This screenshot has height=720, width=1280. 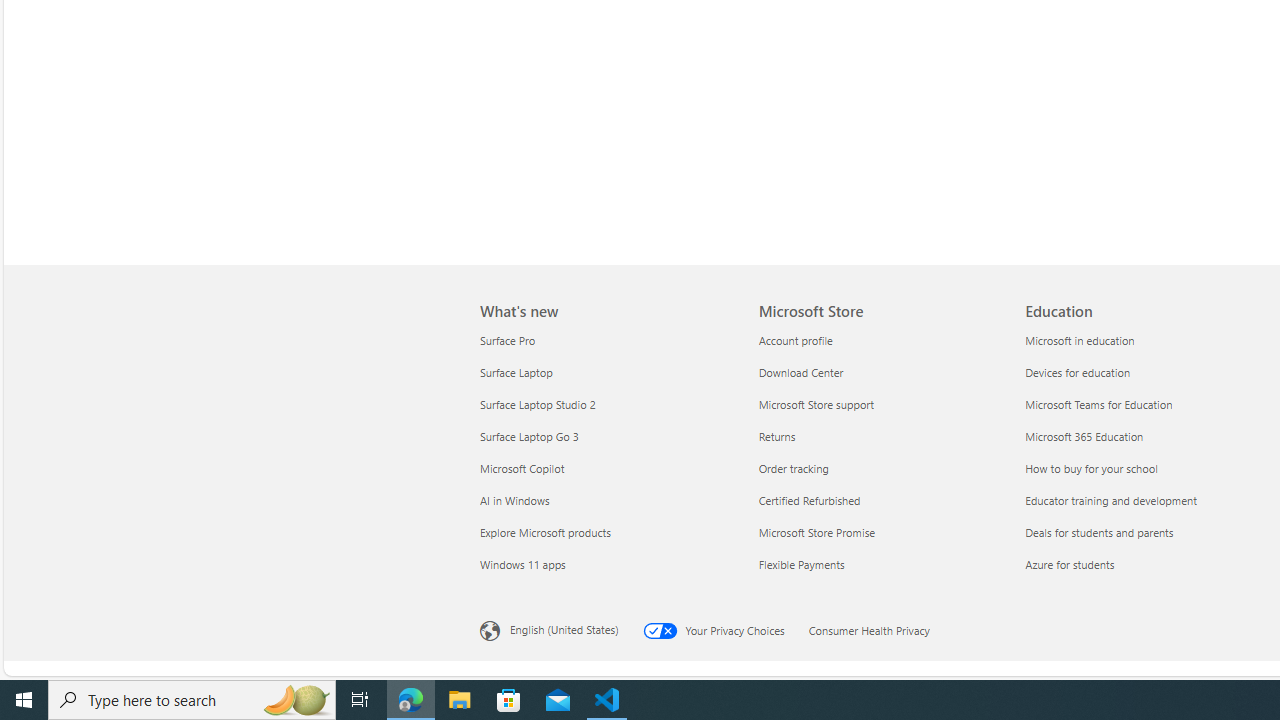 What do you see at coordinates (880, 531) in the screenshot?
I see `'Microsoft Store Promise'` at bounding box center [880, 531].